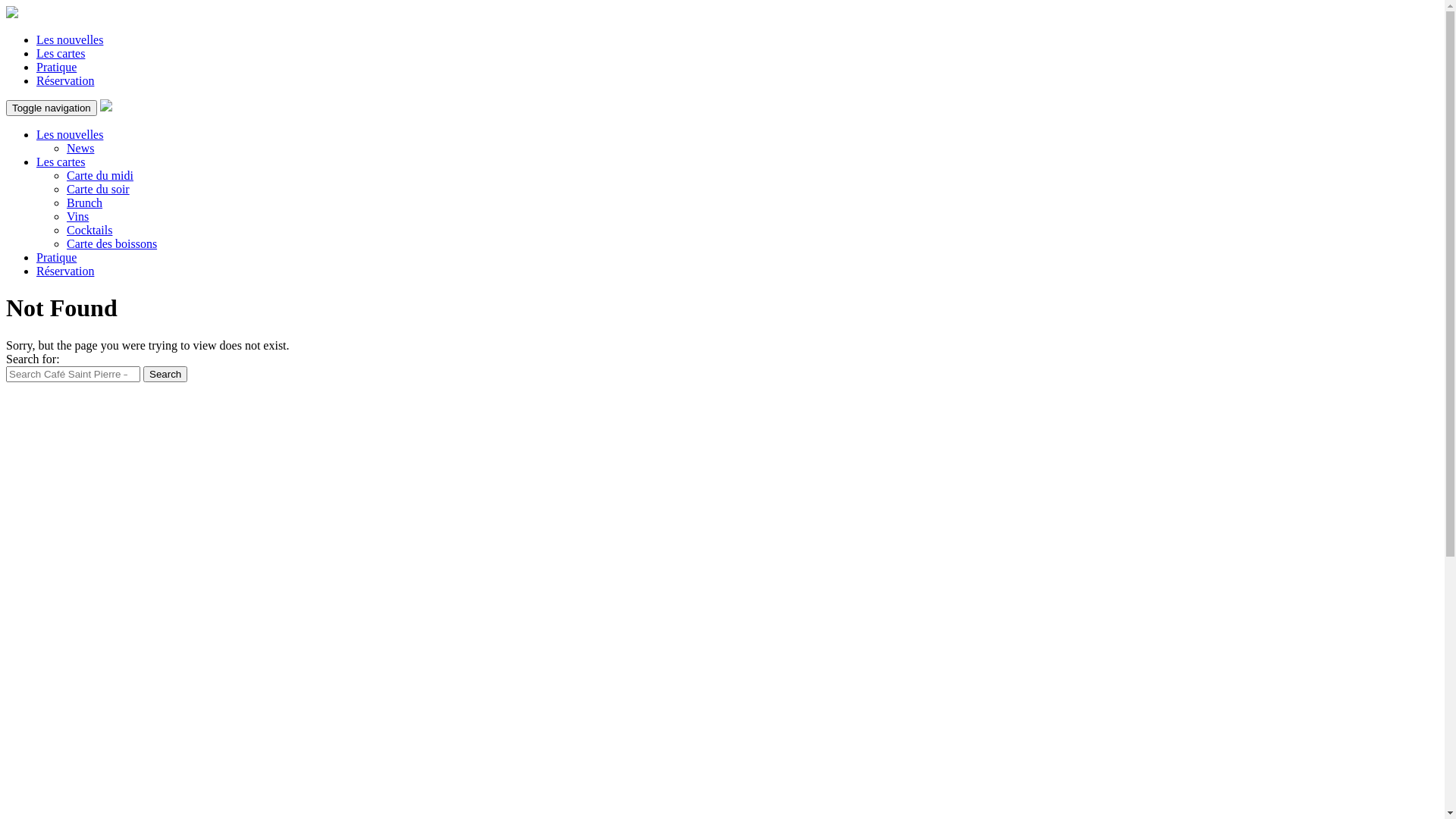  Describe the element at coordinates (61, 162) in the screenshot. I see `'Les cartes'` at that location.